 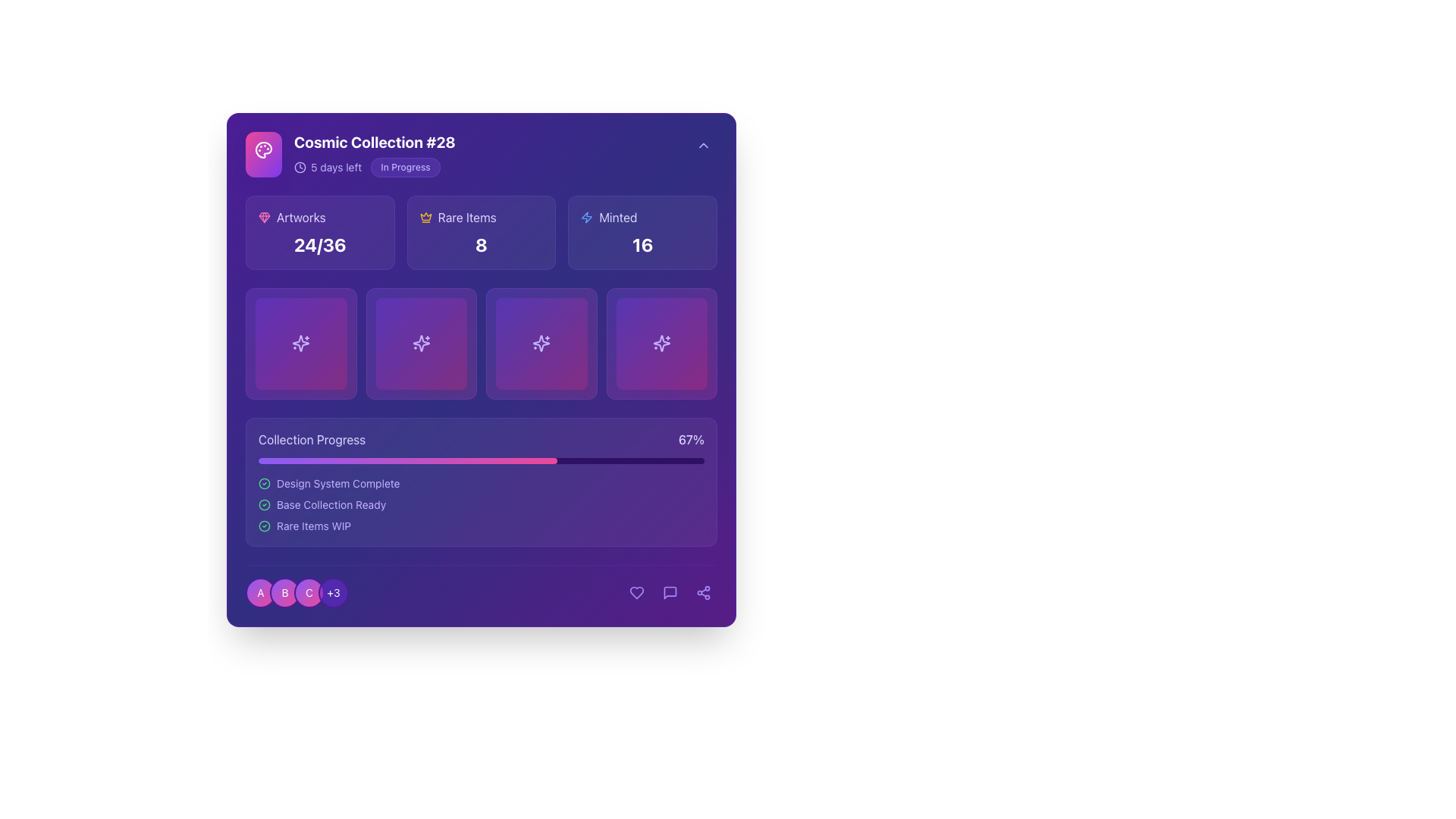 What do you see at coordinates (541, 344) in the screenshot?
I see `the vibrant violet star icon with a glowing effect, which is the third icon in the second row of the grid, to interact with it` at bounding box center [541, 344].